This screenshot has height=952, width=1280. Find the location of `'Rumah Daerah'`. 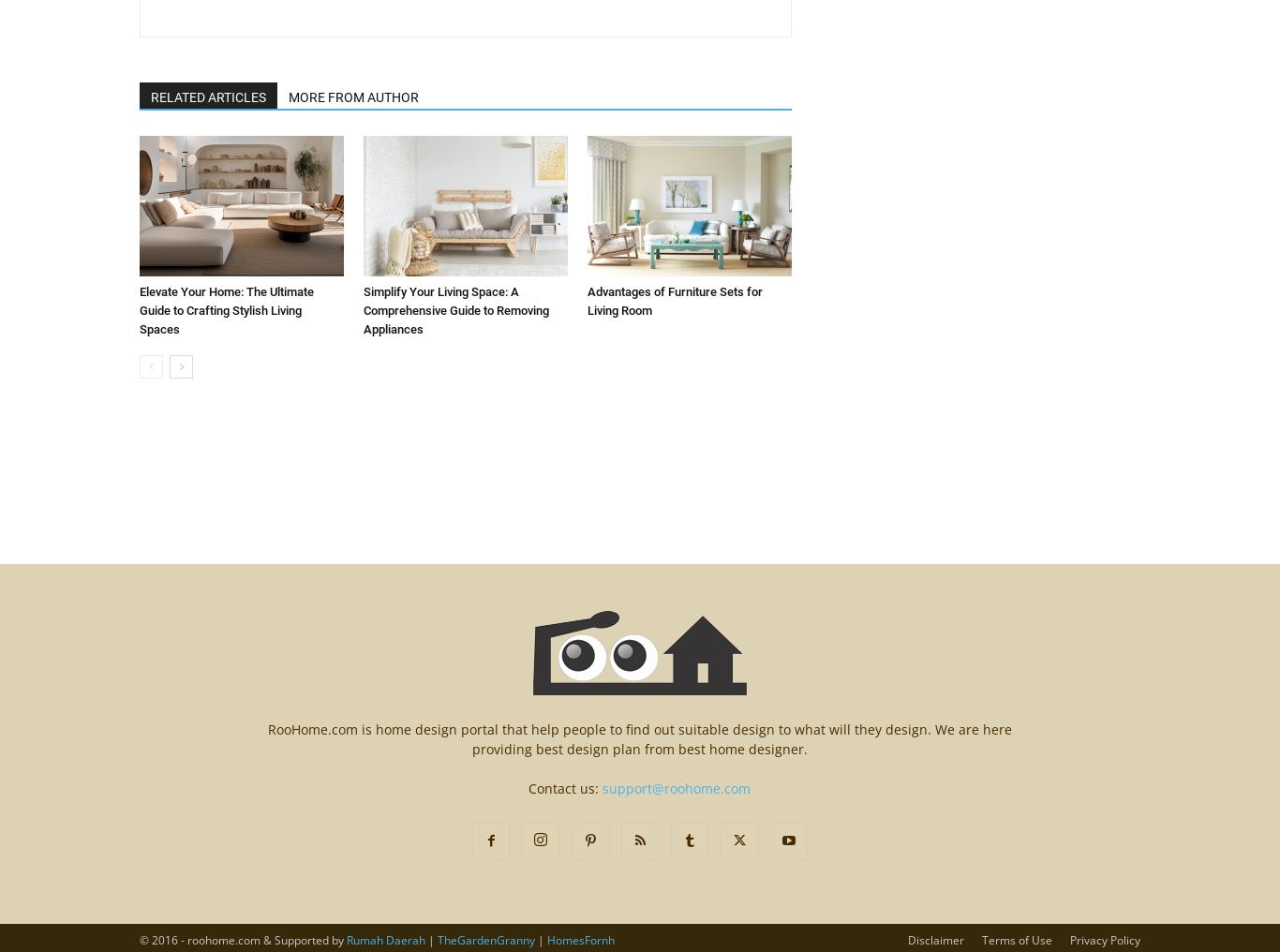

'Rumah Daerah' is located at coordinates (384, 940).